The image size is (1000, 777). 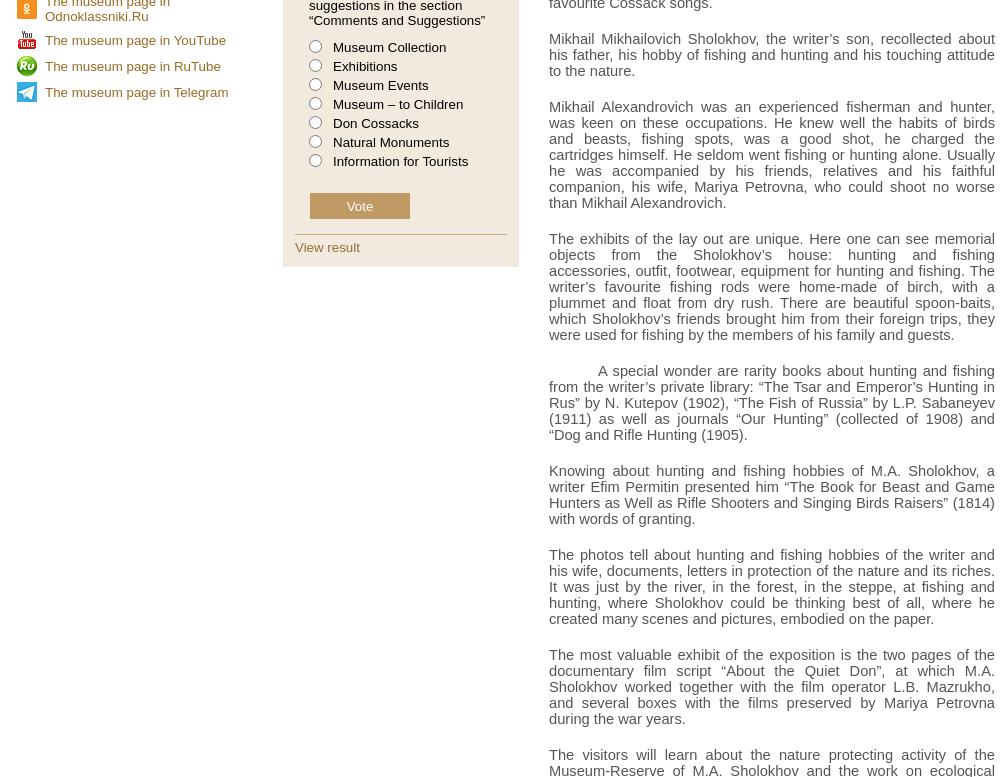 What do you see at coordinates (772, 495) in the screenshot?
I see `'Knowing about hunting and fishing hobbies of M.A. Sholokhov, a writer Efim Permitin presented him “The Book for Beast and Game Hunters as Well as Rifle Shooters and Singing Birds Raisers” (1814) with words of granting.'` at bounding box center [772, 495].